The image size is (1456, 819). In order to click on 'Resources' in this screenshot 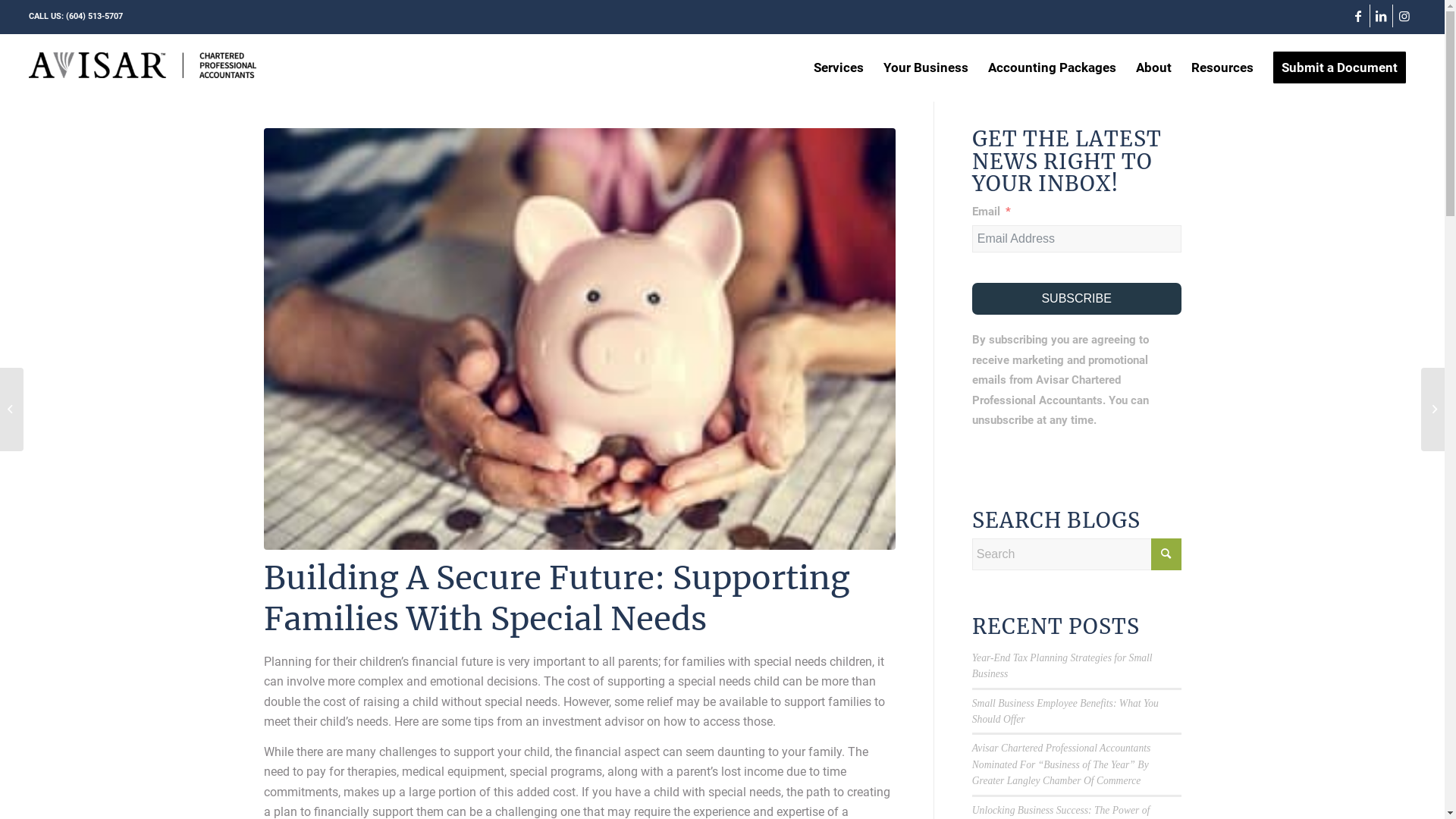, I will do `click(1222, 66)`.